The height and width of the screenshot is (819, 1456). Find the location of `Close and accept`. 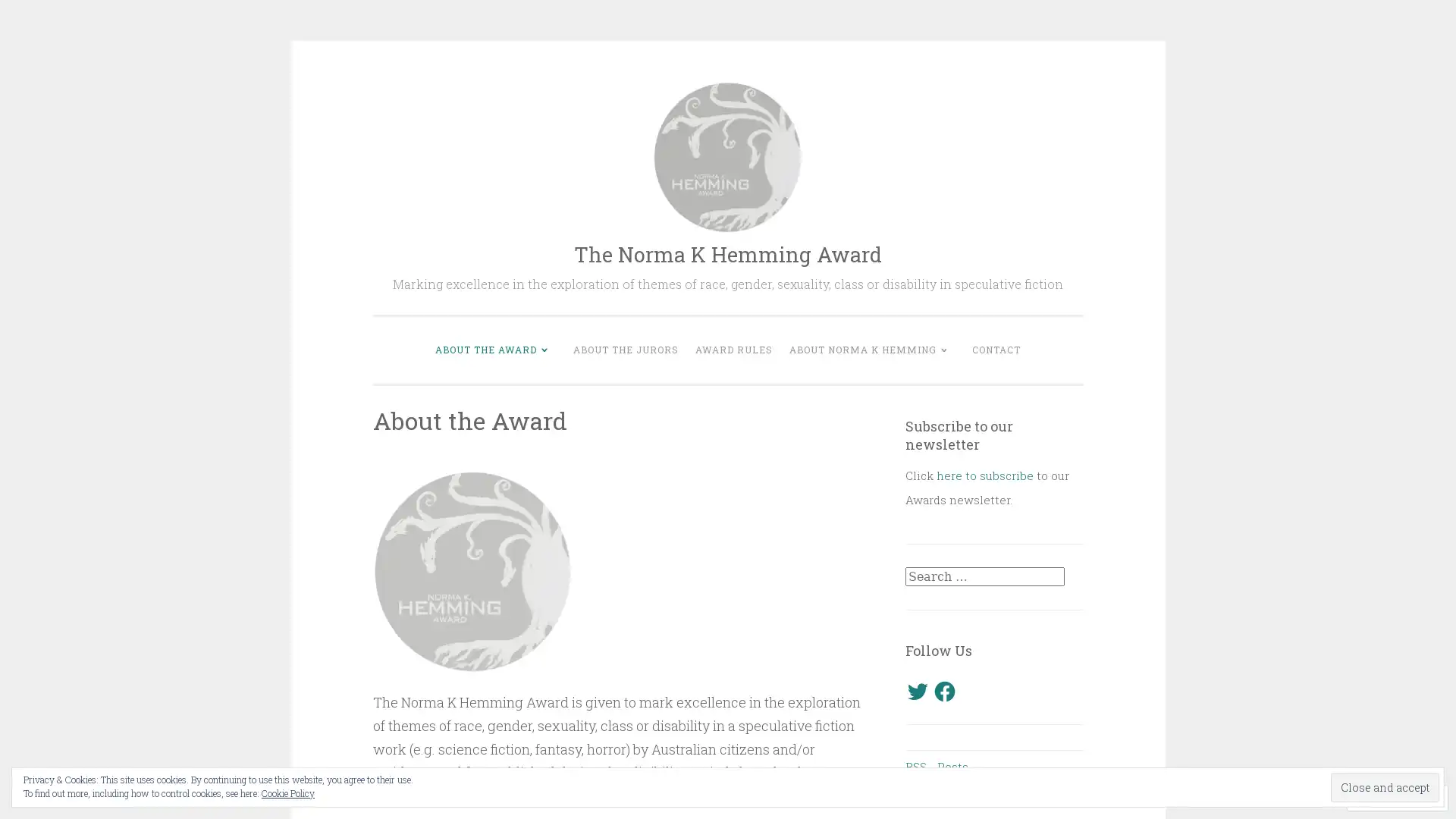

Close and accept is located at coordinates (1385, 786).